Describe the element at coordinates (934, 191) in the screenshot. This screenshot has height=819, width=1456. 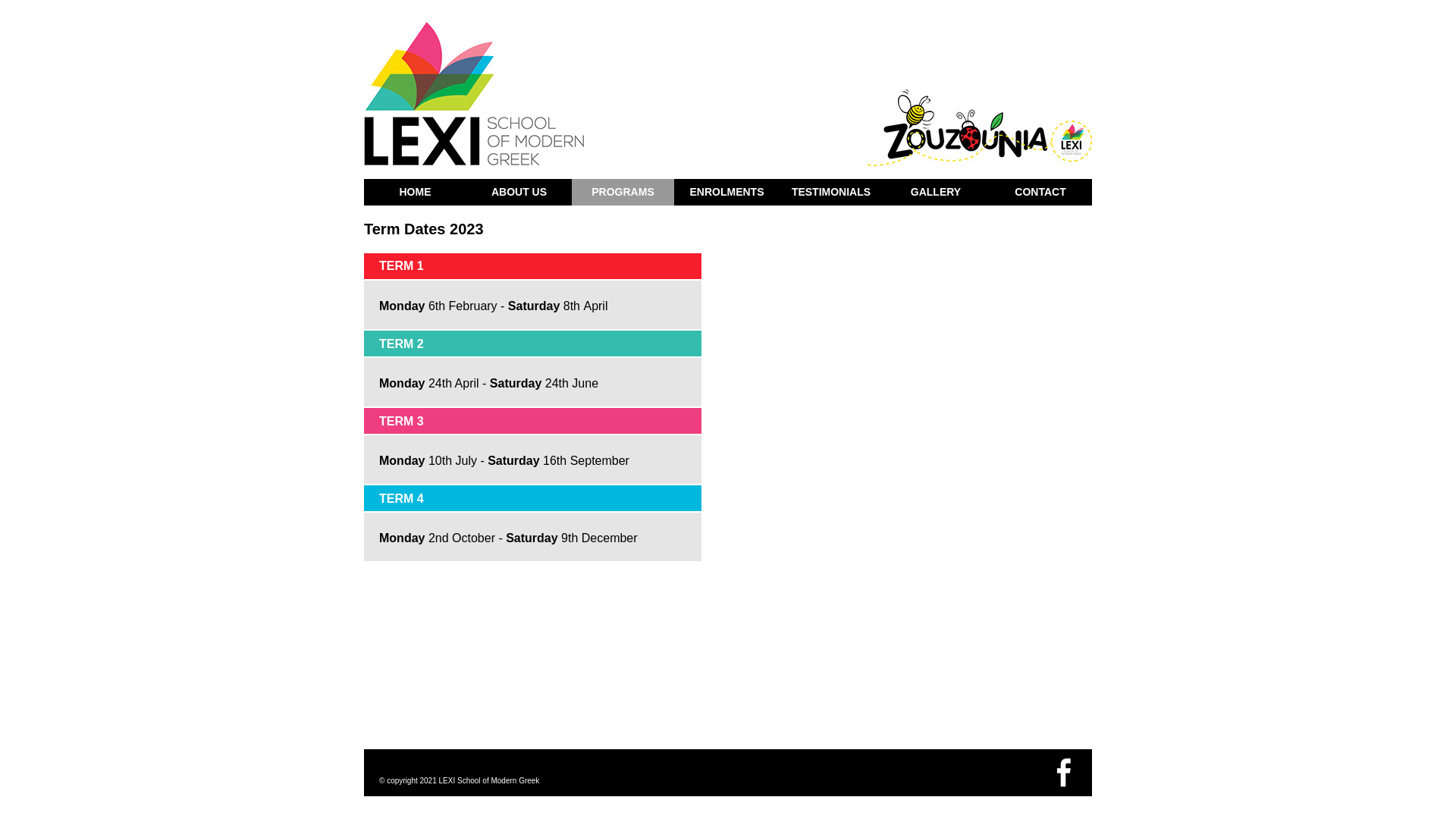
I see `'GALLERY'` at that location.